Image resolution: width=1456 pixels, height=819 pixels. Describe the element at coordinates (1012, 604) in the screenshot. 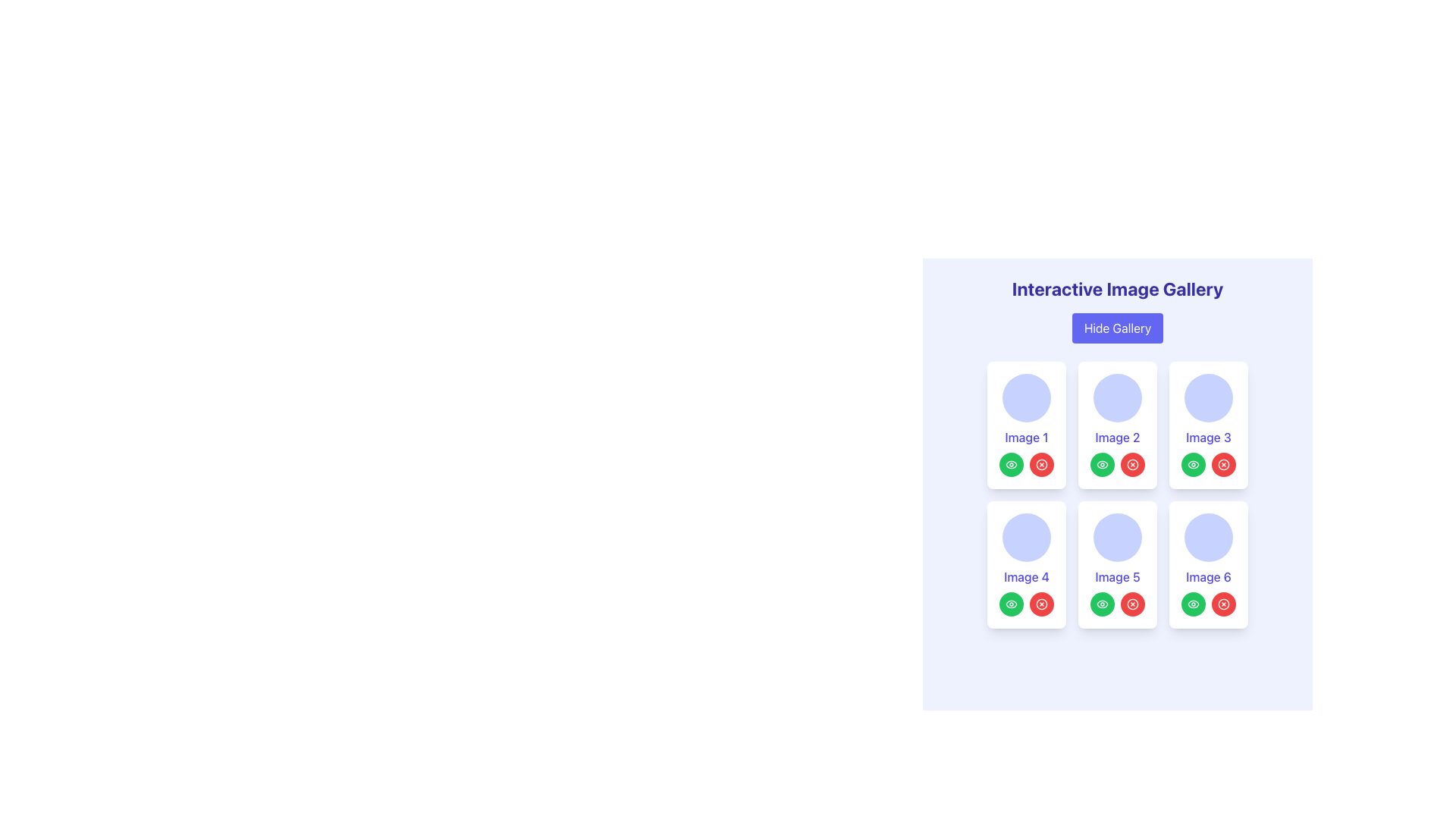

I see `the eye-shaped icon representing visibility or preview function located under Image 4 in the bottom-left area of the card` at that location.